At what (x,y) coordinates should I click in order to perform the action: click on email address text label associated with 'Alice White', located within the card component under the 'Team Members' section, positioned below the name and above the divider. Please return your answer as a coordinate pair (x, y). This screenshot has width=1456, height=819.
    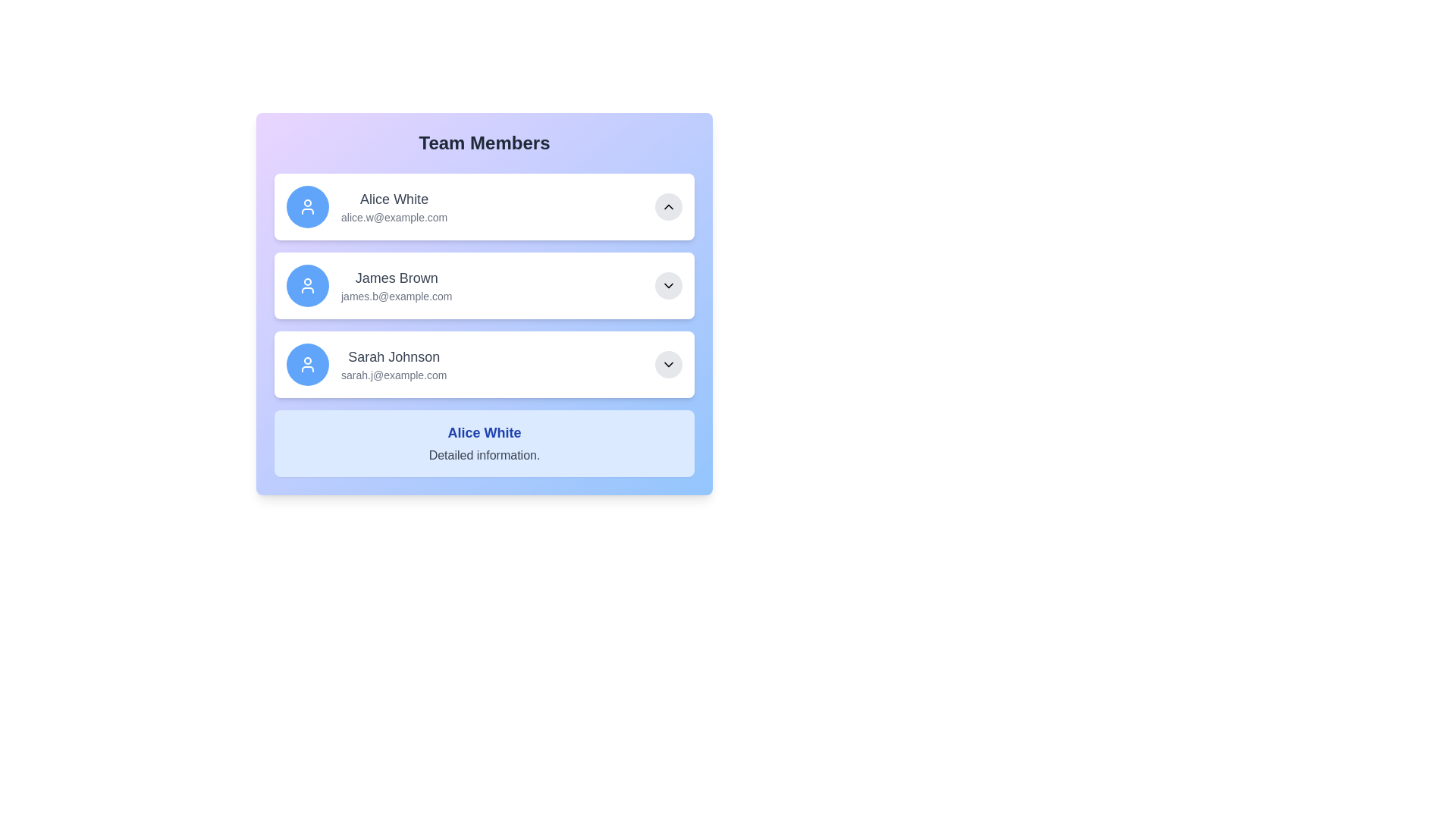
    Looking at the image, I should click on (394, 217).